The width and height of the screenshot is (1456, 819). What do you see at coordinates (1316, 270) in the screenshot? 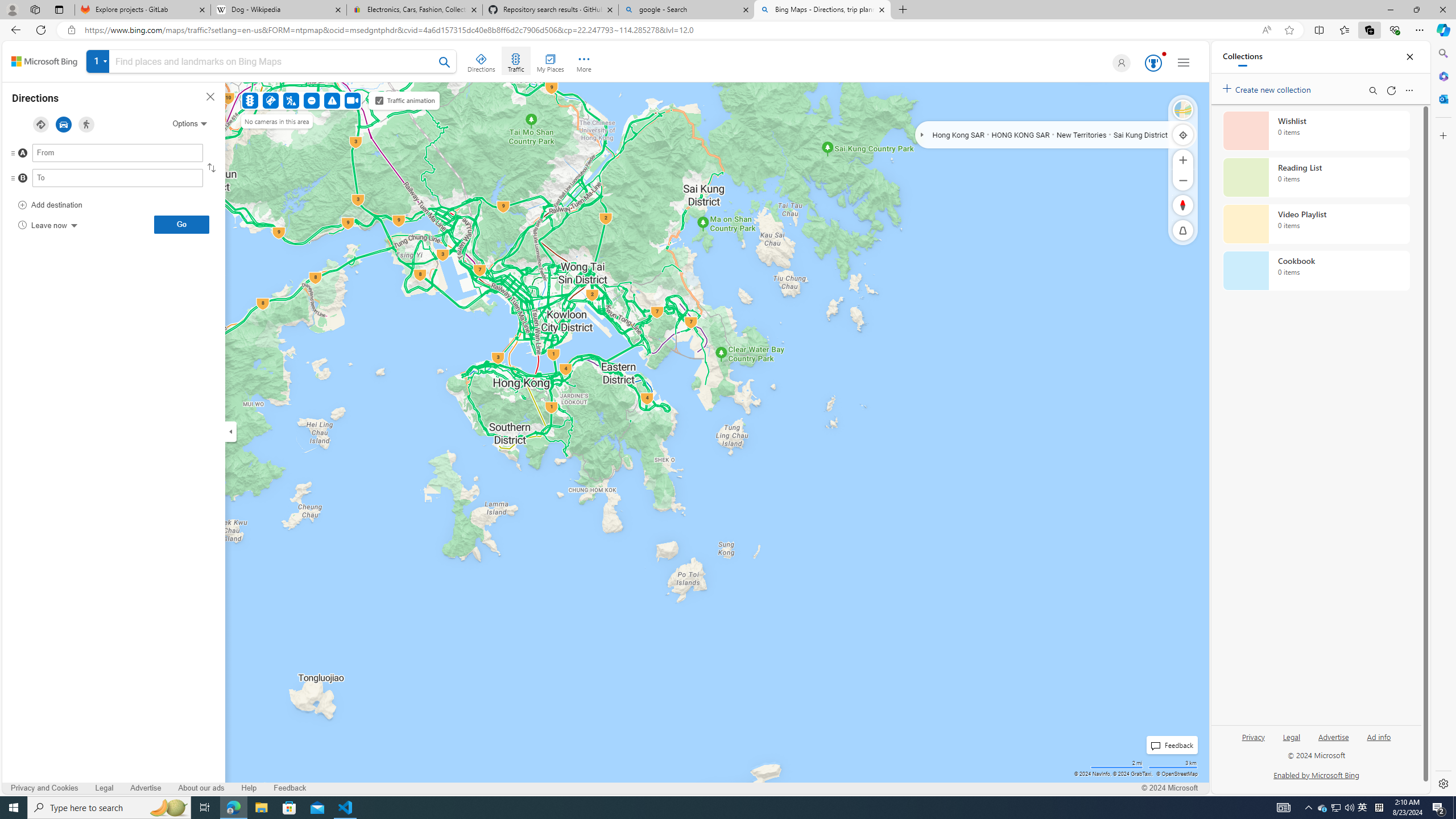
I see `'Cookbook collection, 0 items'` at bounding box center [1316, 270].